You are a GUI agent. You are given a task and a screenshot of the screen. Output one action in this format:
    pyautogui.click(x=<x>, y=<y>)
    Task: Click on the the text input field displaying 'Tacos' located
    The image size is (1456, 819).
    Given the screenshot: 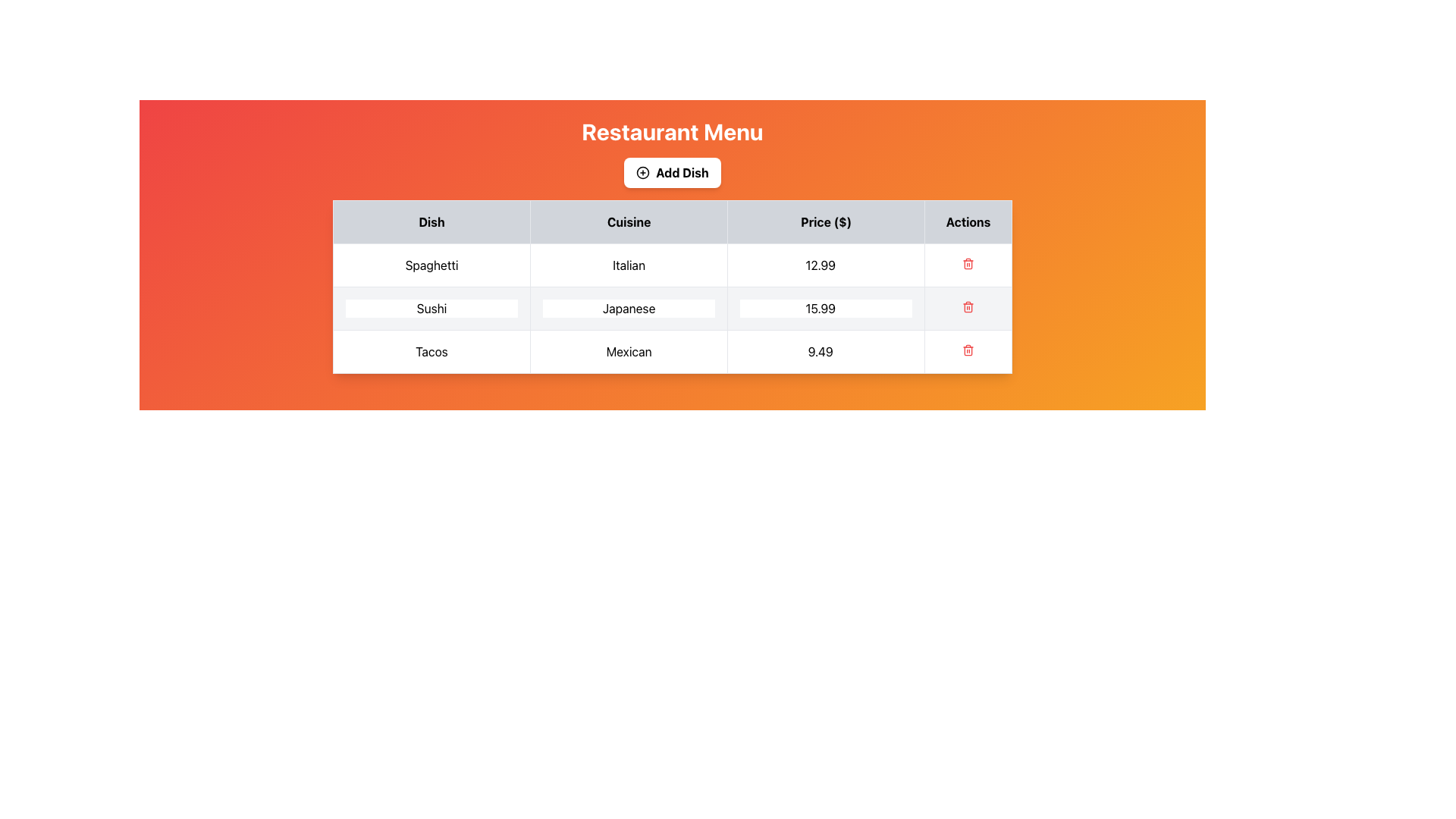 What is the action you would take?
    pyautogui.click(x=431, y=351)
    